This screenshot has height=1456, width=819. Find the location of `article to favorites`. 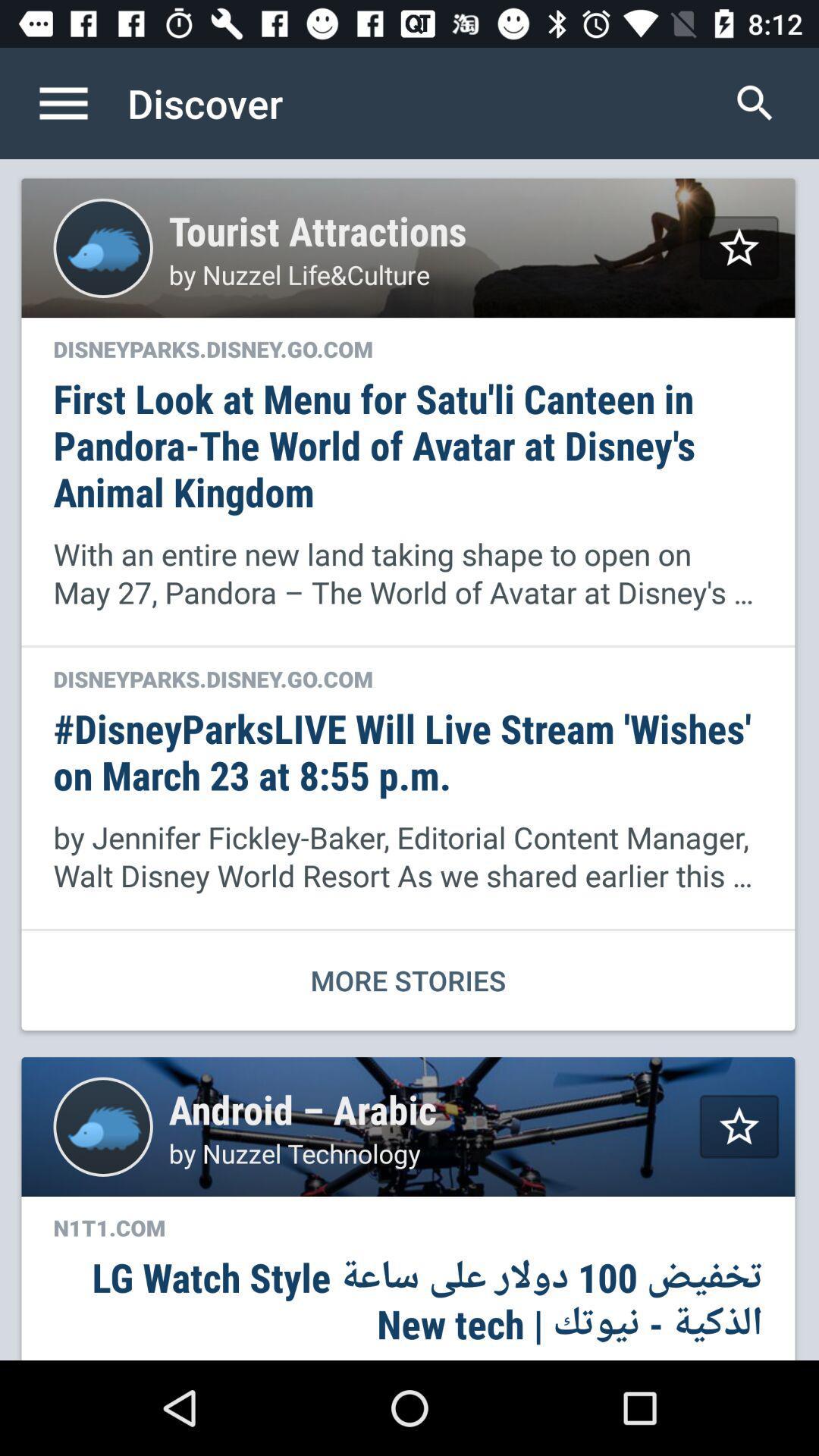

article to favorites is located at coordinates (739, 247).